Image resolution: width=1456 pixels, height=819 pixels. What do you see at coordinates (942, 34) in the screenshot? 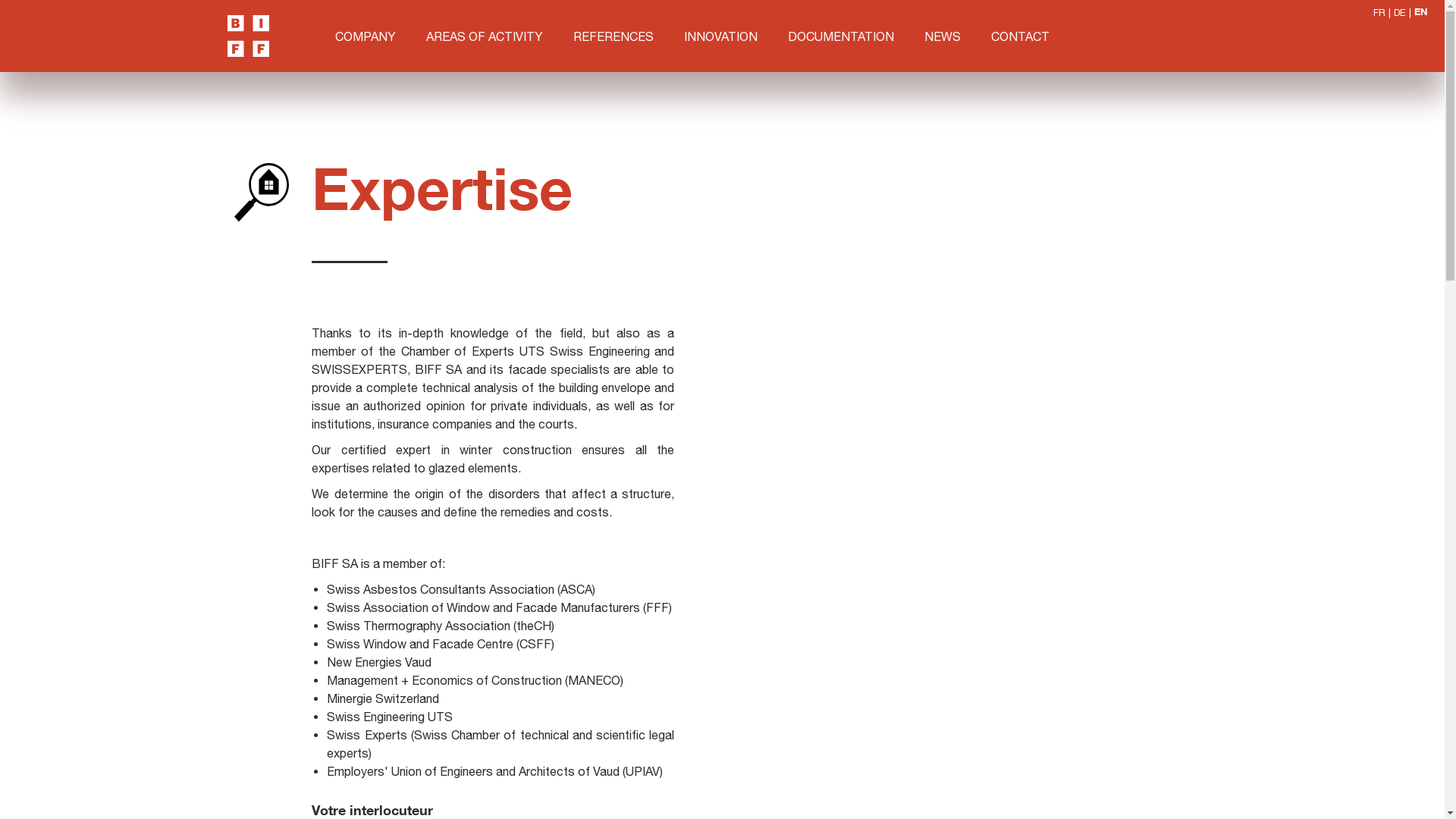
I see `'NEWS'` at bounding box center [942, 34].